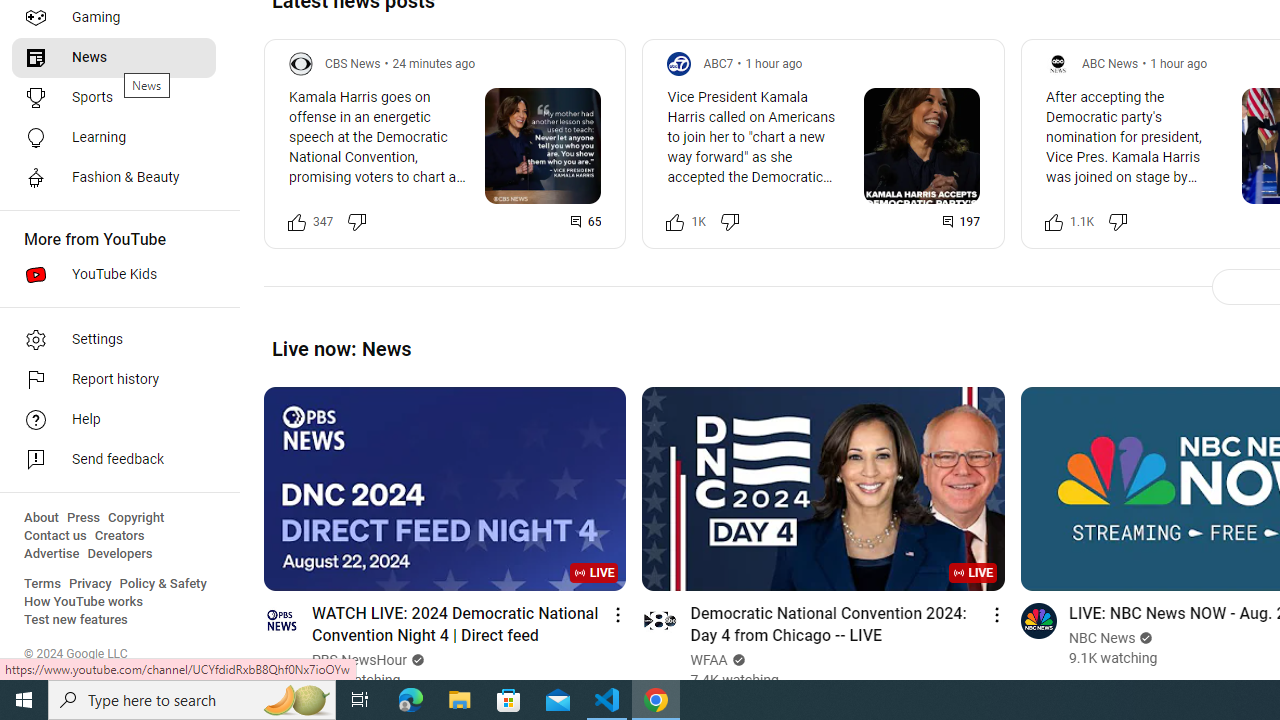  I want to click on 'NBC News', so click(1101, 638).